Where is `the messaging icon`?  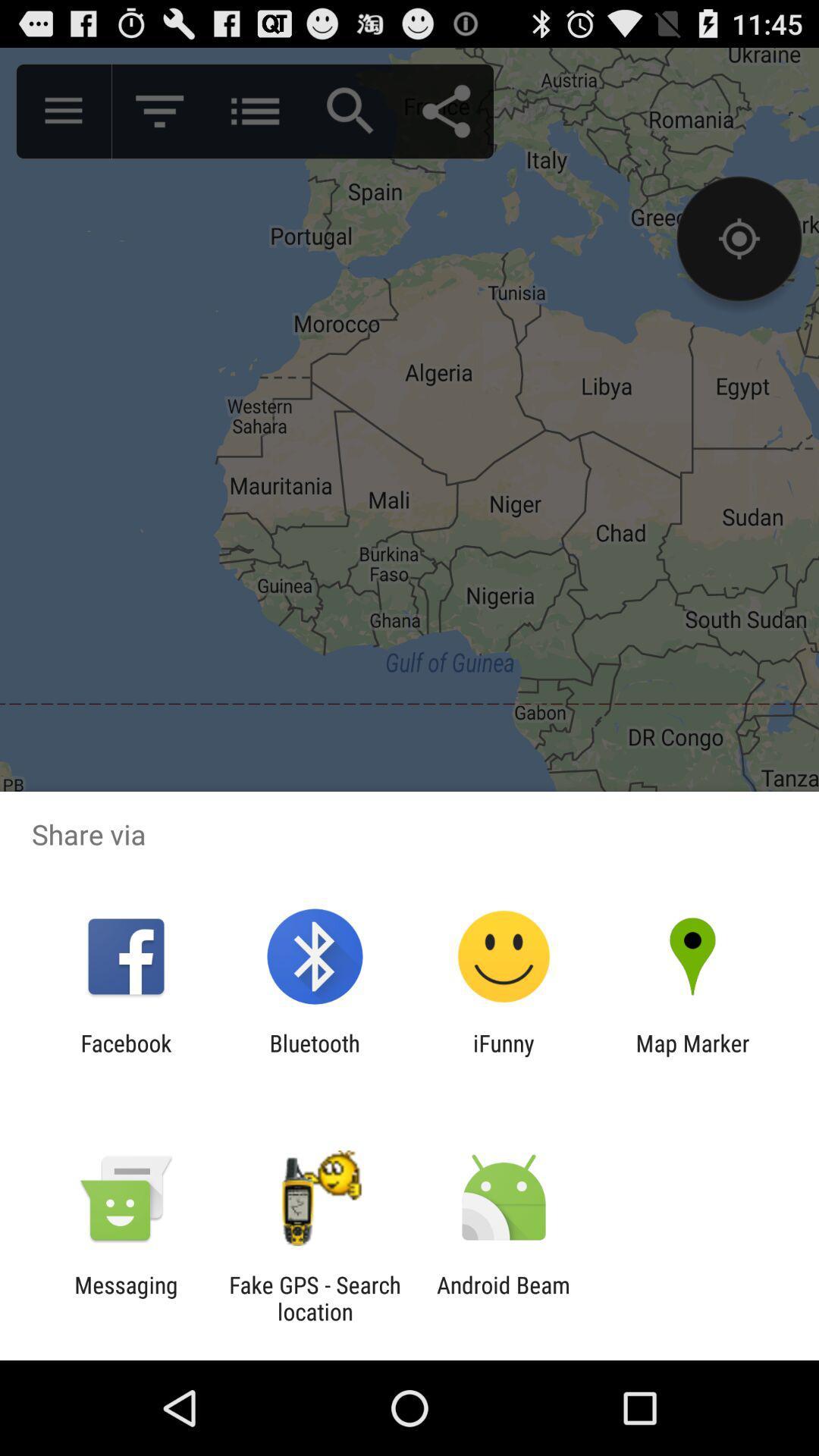
the messaging icon is located at coordinates (125, 1298).